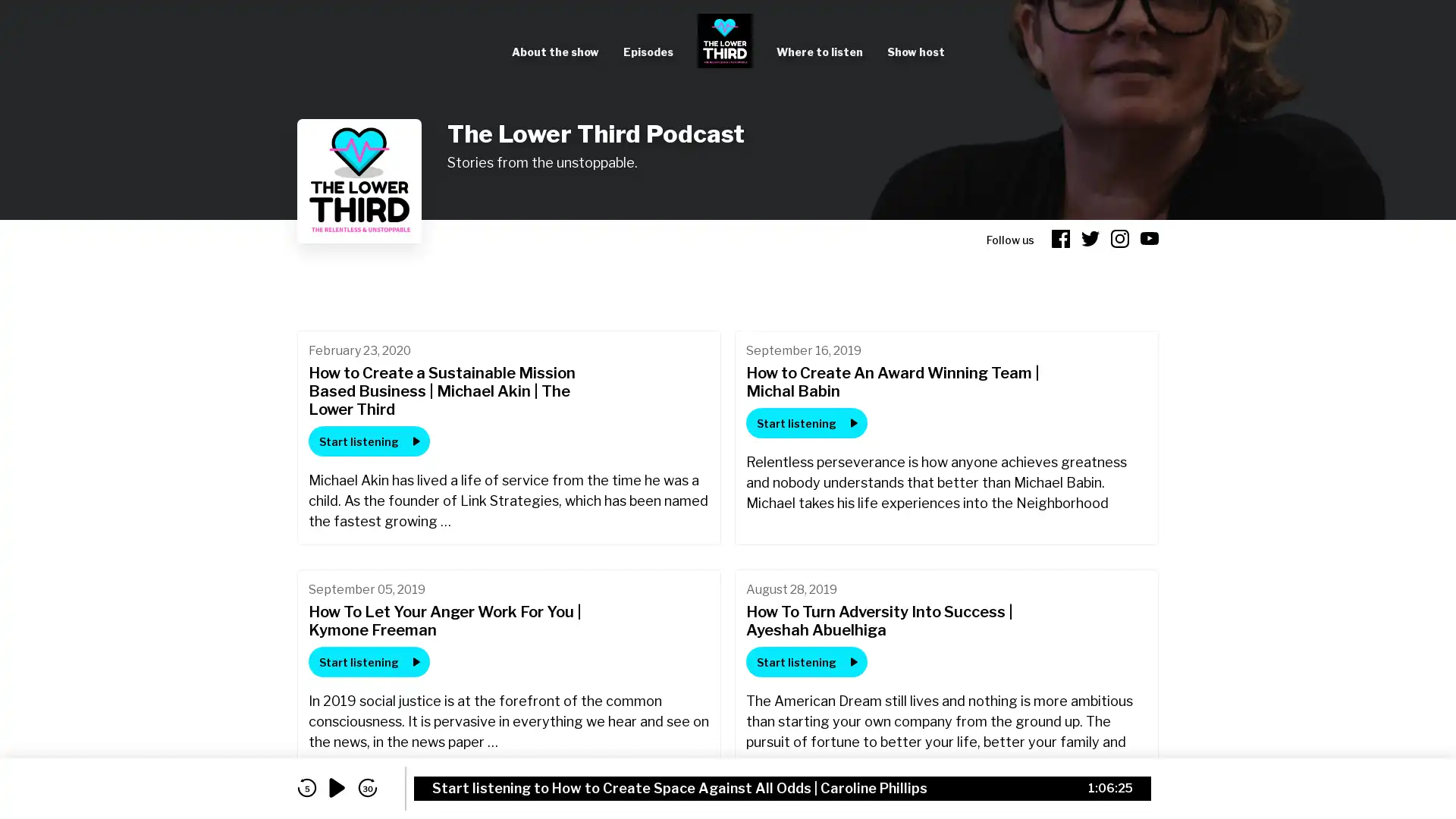 This screenshot has width=1456, height=819. Describe the element at coordinates (368, 661) in the screenshot. I see `Start listening` at that location.